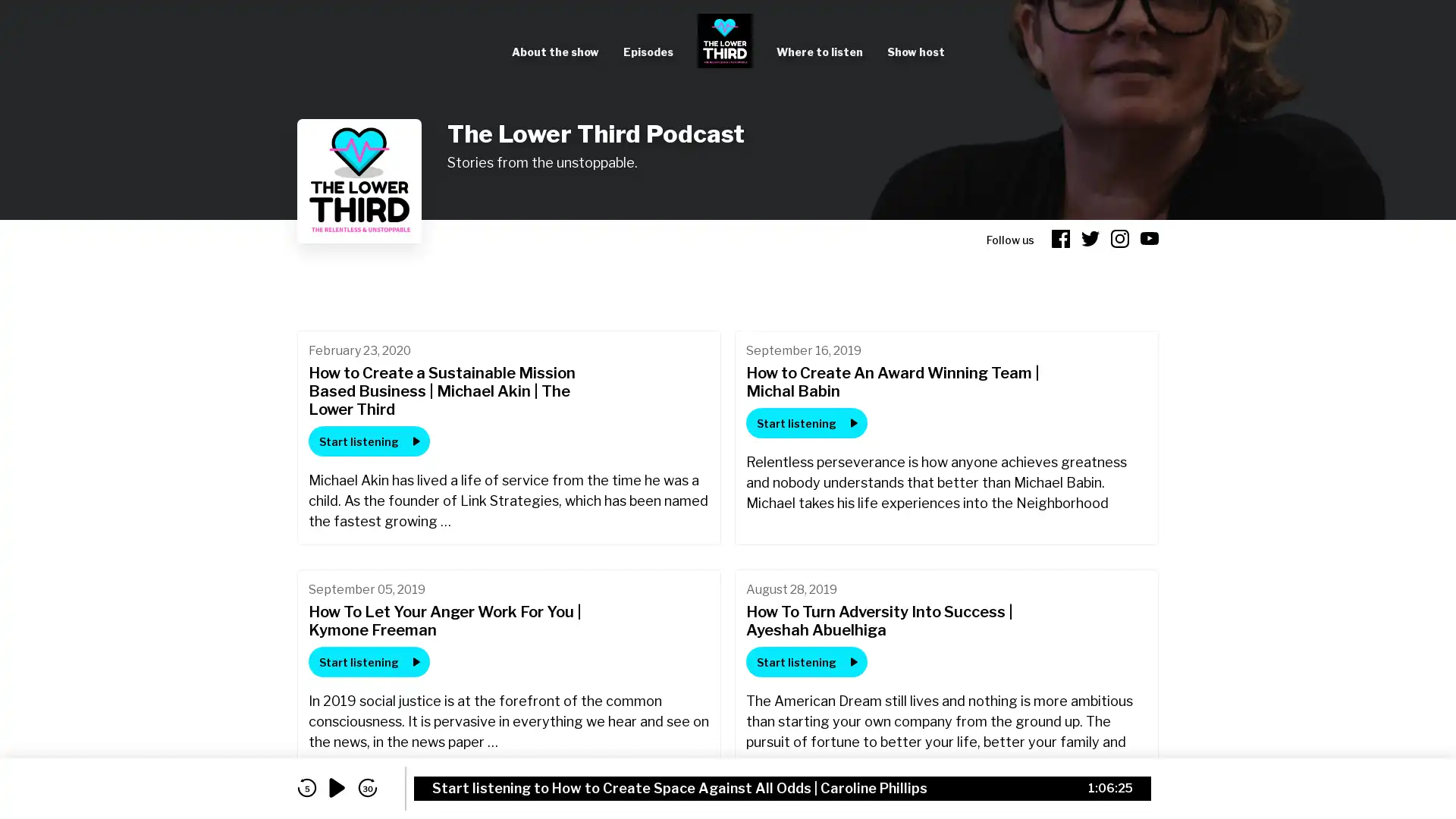 This screenshot has width=1456, height=819. Describe the element at coordinates (368, 661) in the screenshot. I see `Start listening` at that location.